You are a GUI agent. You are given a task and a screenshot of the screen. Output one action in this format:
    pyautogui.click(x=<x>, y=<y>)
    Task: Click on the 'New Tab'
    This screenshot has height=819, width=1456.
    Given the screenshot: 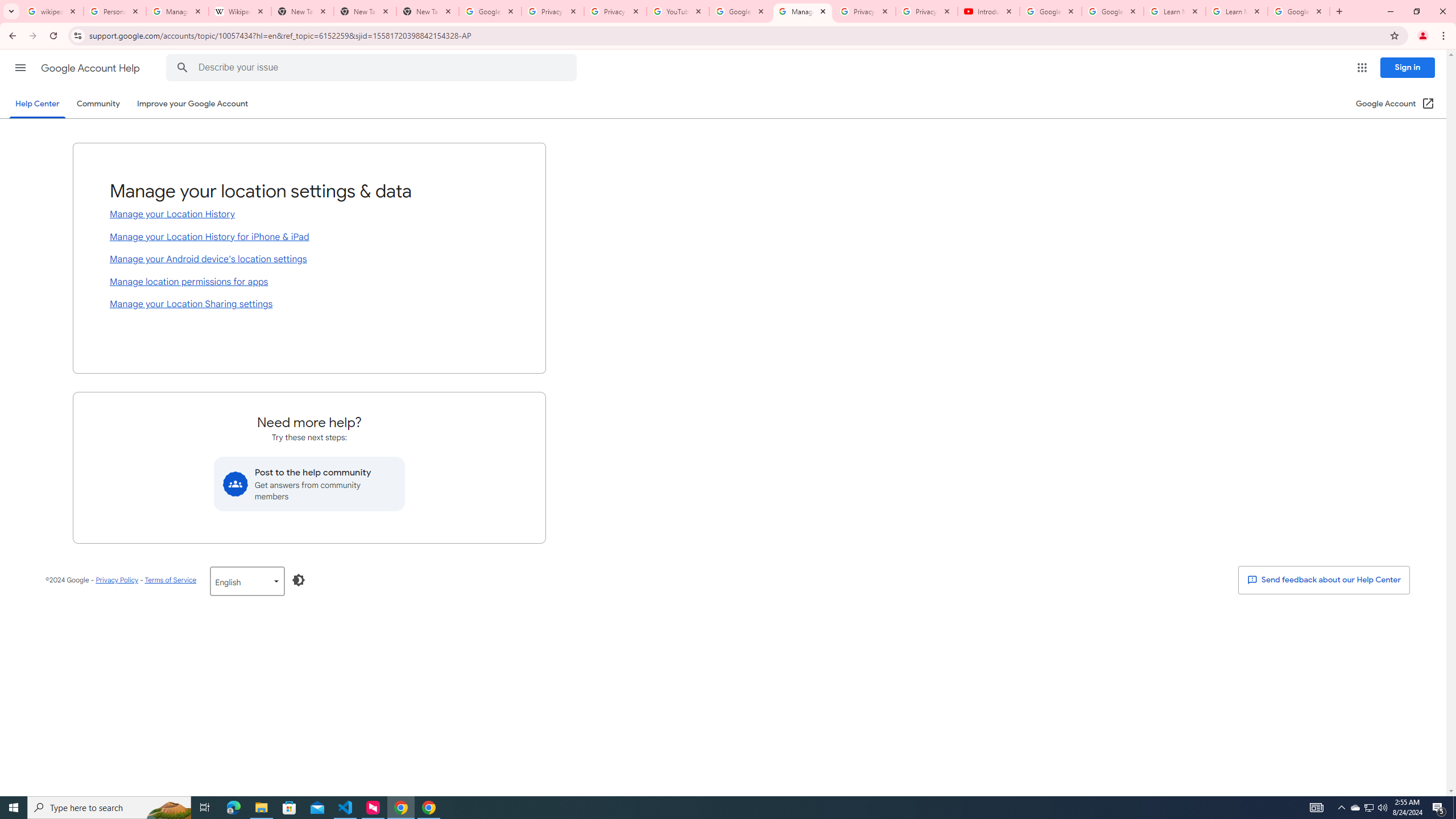 What is the action you would take?
    pyautogui.click(x=365, y=11)
    